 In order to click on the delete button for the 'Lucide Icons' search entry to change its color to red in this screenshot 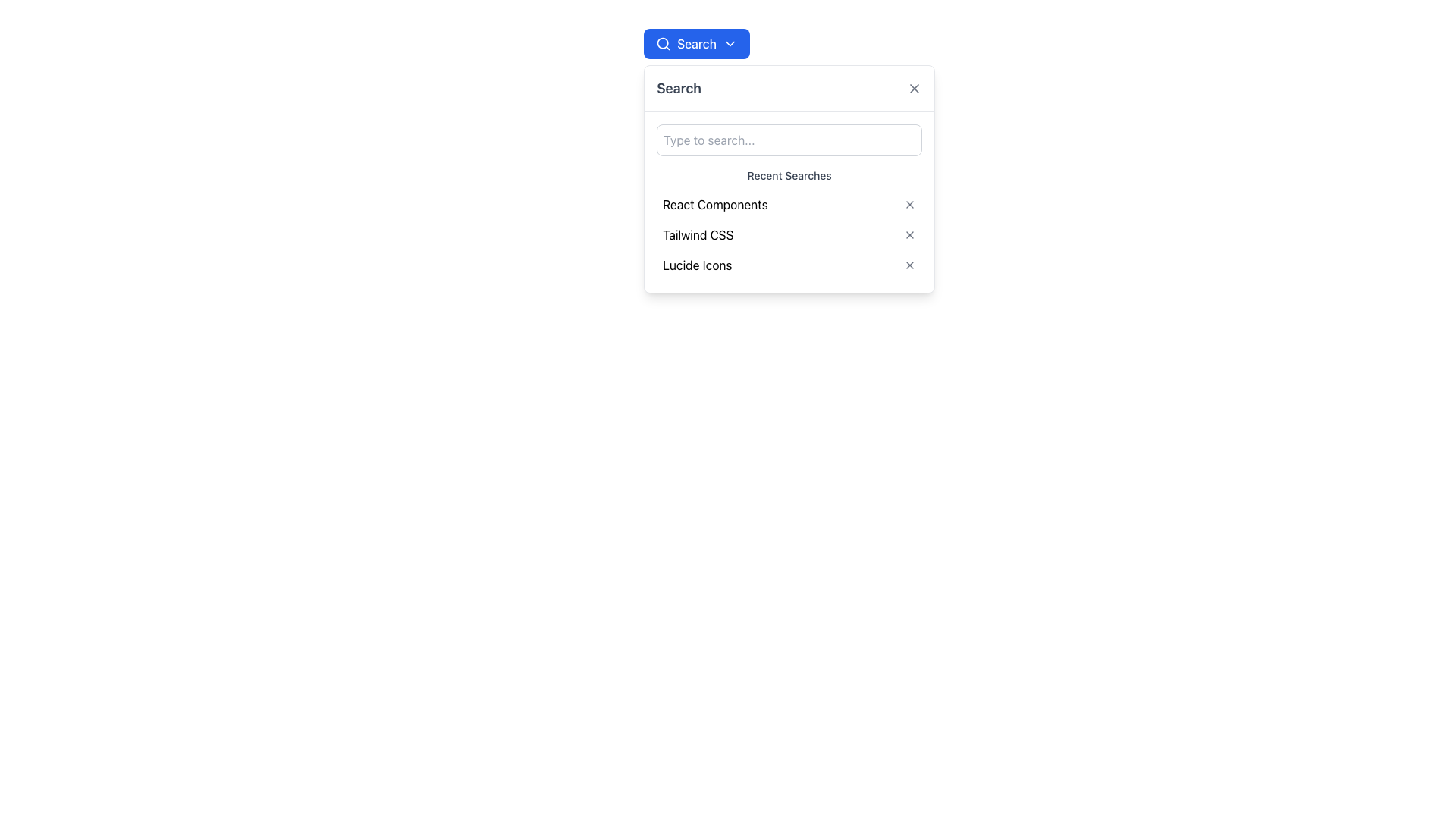, I will do `click(910, 265)`.